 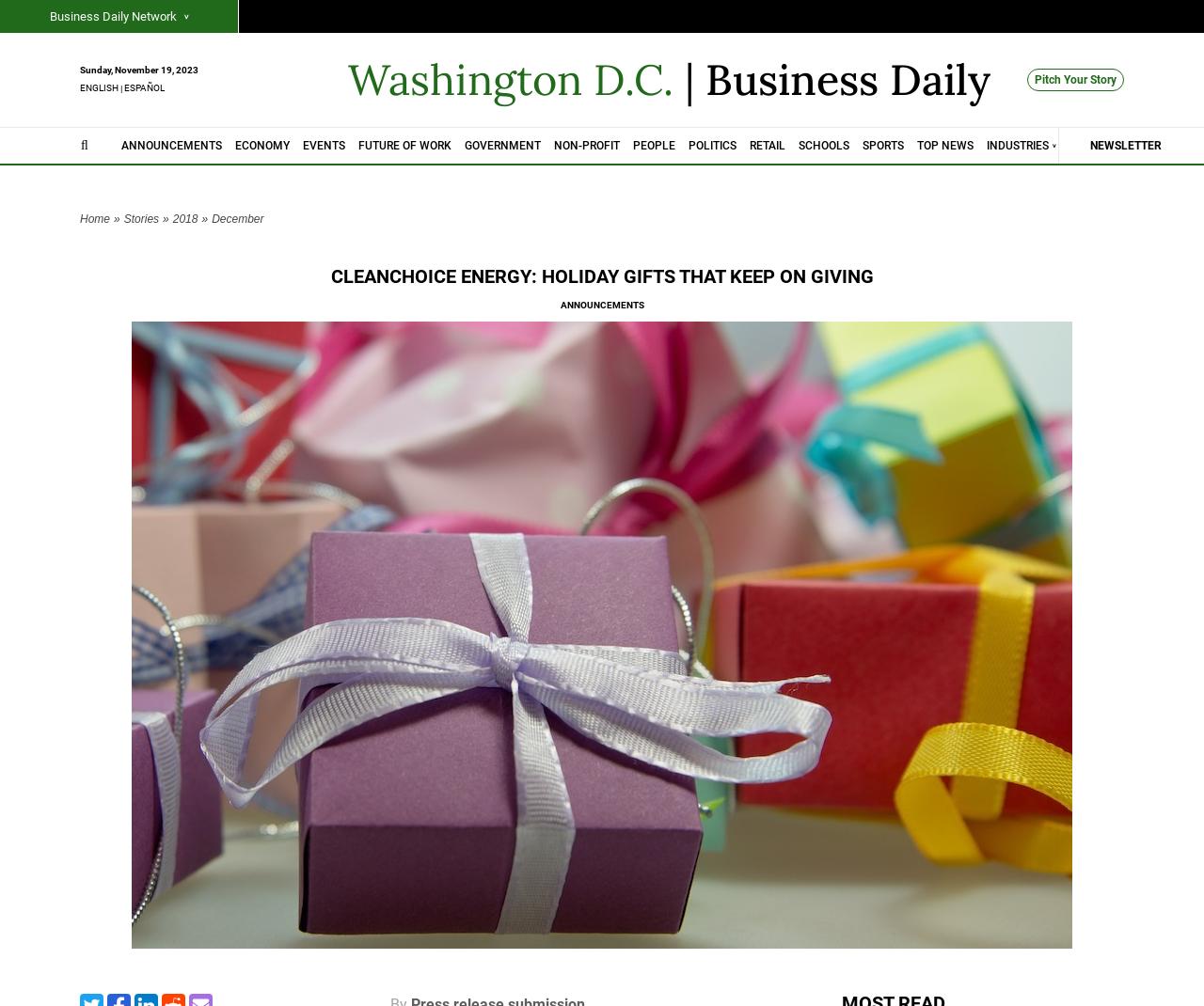 I want to click on 'Home', so click(x=93, y=218).